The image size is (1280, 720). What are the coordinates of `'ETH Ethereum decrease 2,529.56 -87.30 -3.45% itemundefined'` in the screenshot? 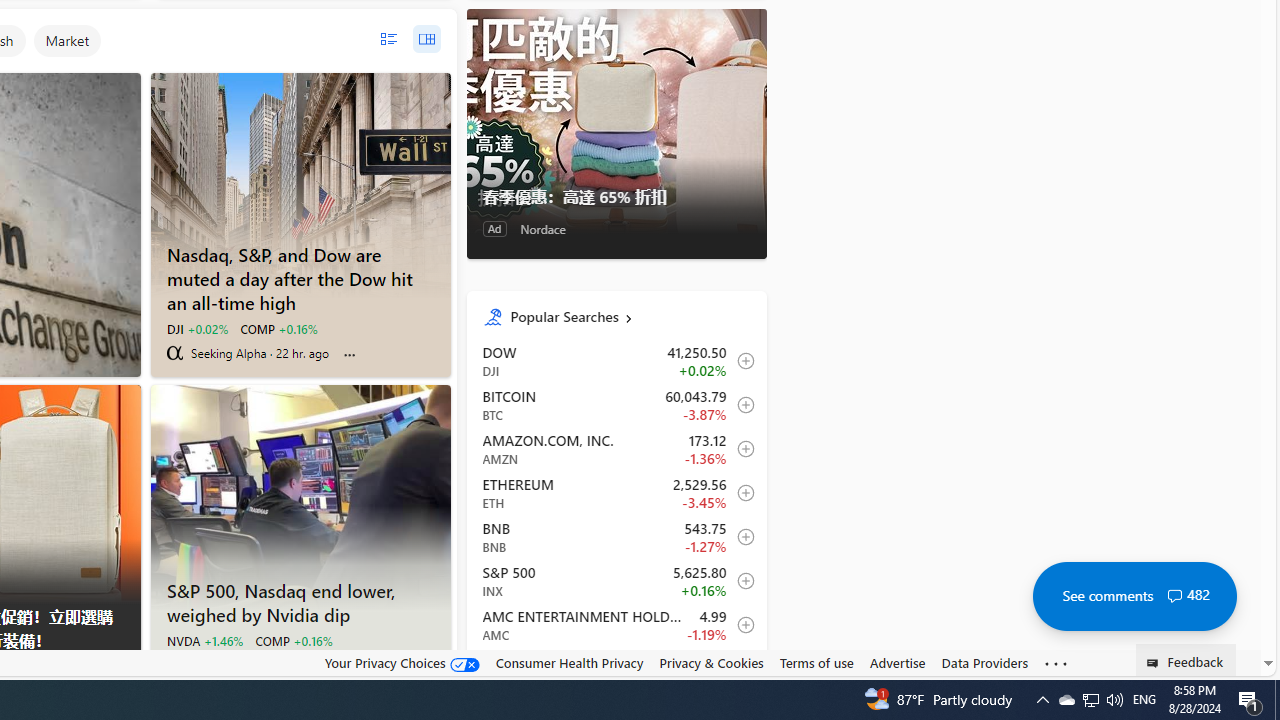 It's located at (615, 492).